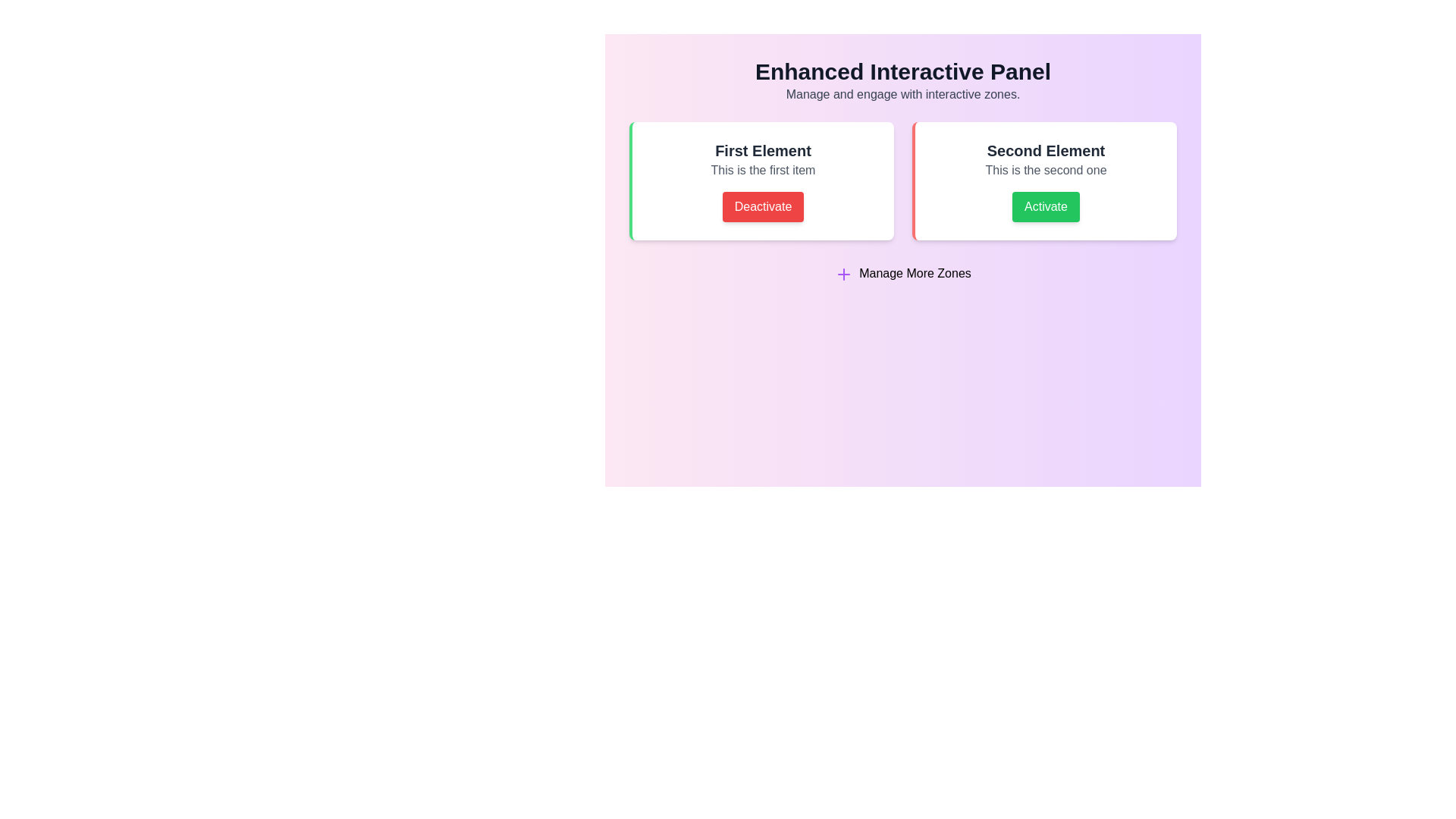 This screenshot has height=819, width=1456. What do you see at coordinates (1045, 170) in the screenshot?
I see `the text label displaying 'This is the second one' which is located below the 'Second Element' heading and above the green 'Activate' button in the right-hand card` at bounding box center [1045, 170].